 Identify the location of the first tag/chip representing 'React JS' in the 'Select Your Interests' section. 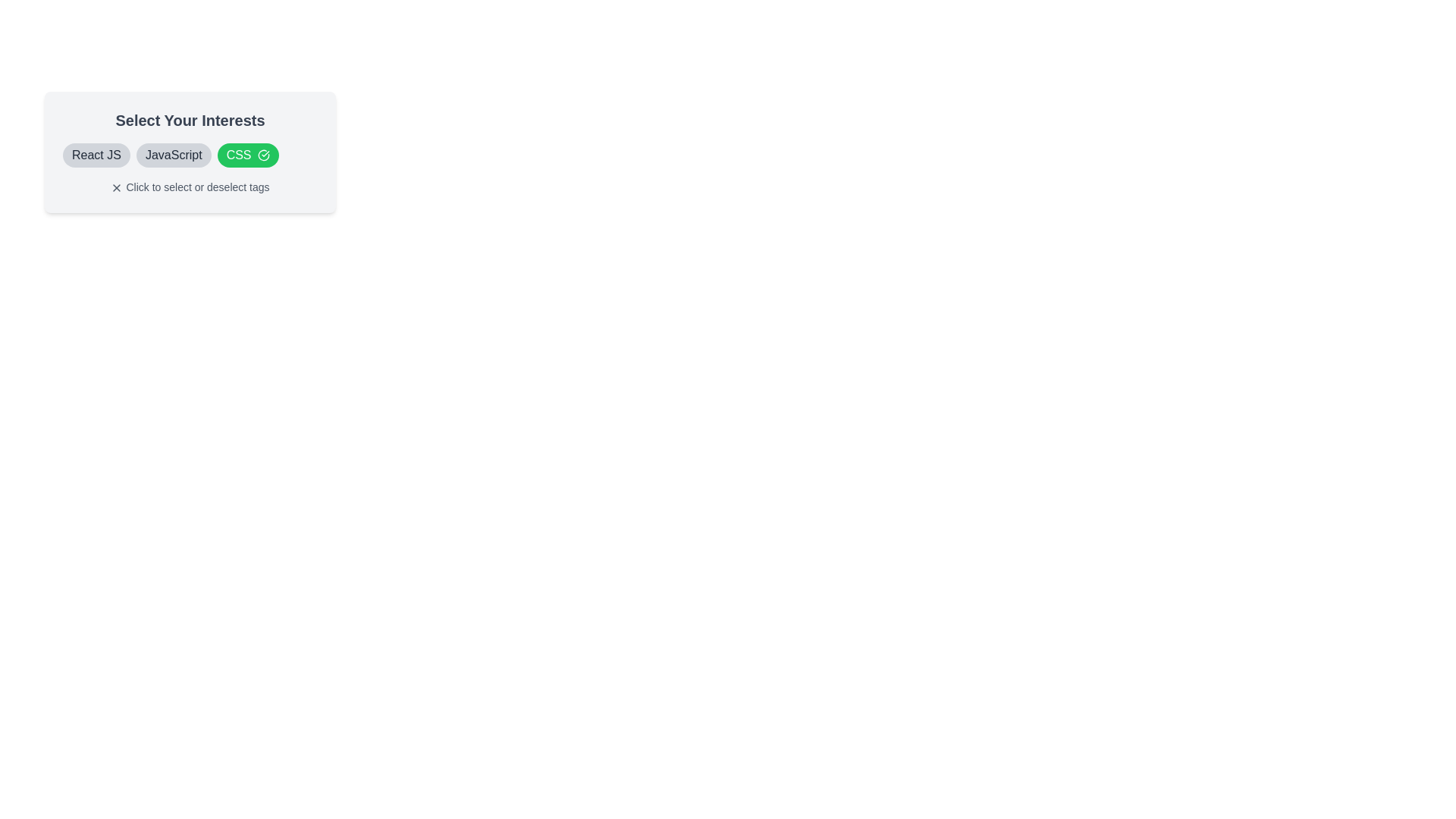
(96, 155).